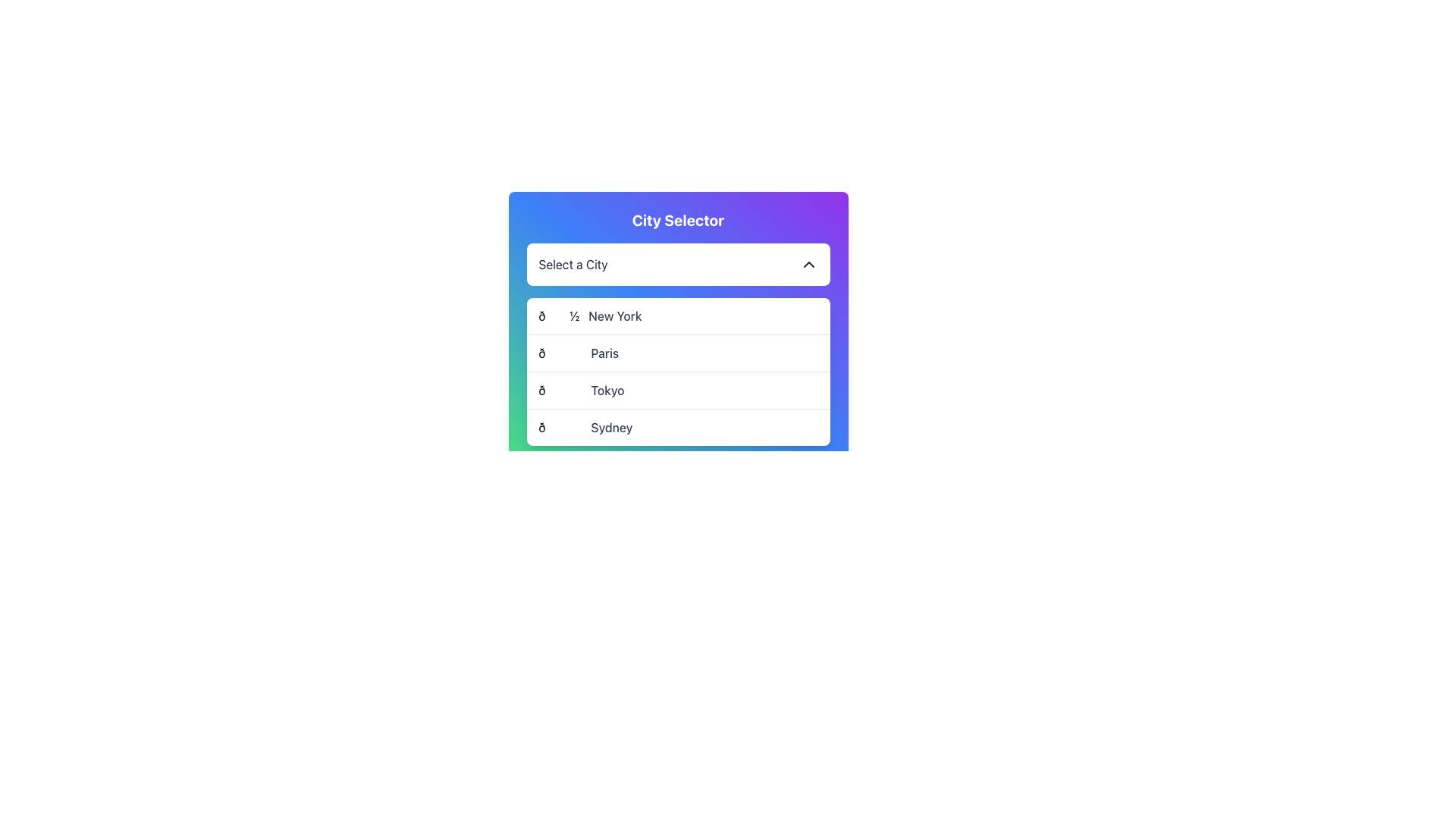 This screenshot has width=1456, height=819. I want to click on the third item in the dropdown menu, so click(677, 389).